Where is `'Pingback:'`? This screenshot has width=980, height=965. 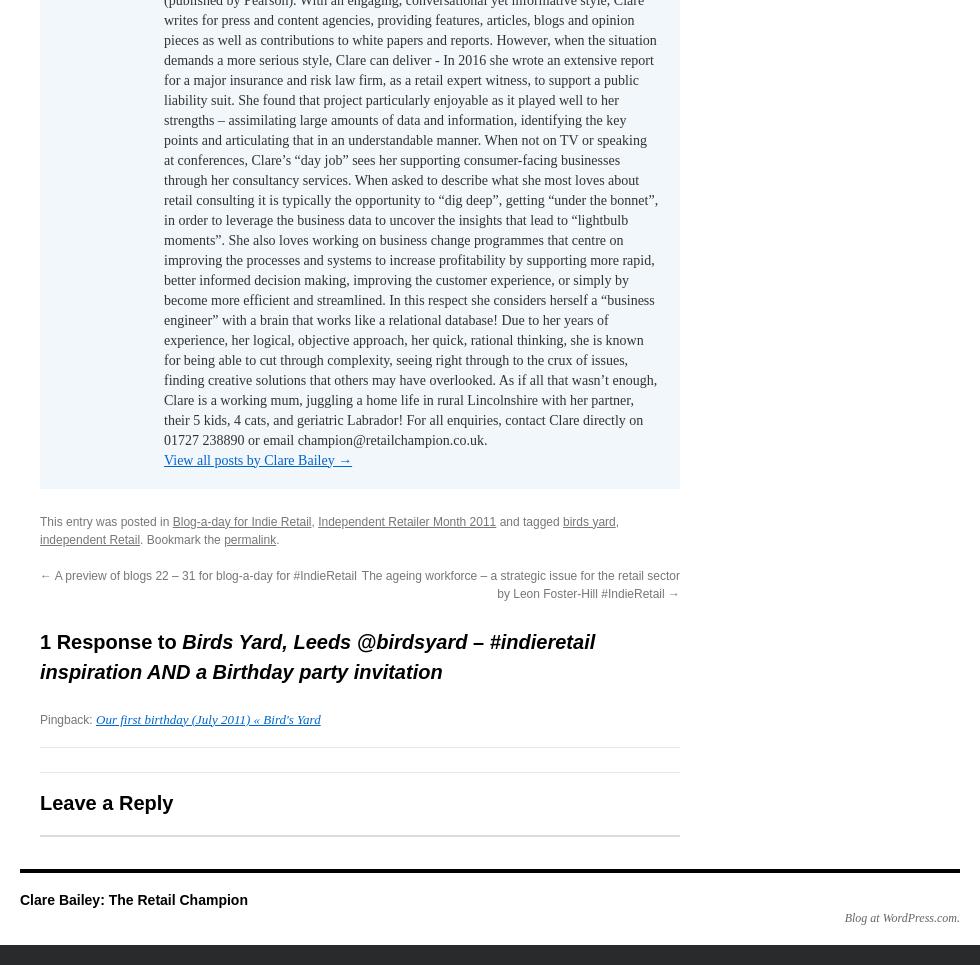
'Pingback:' is located at coordinates (39, 719).